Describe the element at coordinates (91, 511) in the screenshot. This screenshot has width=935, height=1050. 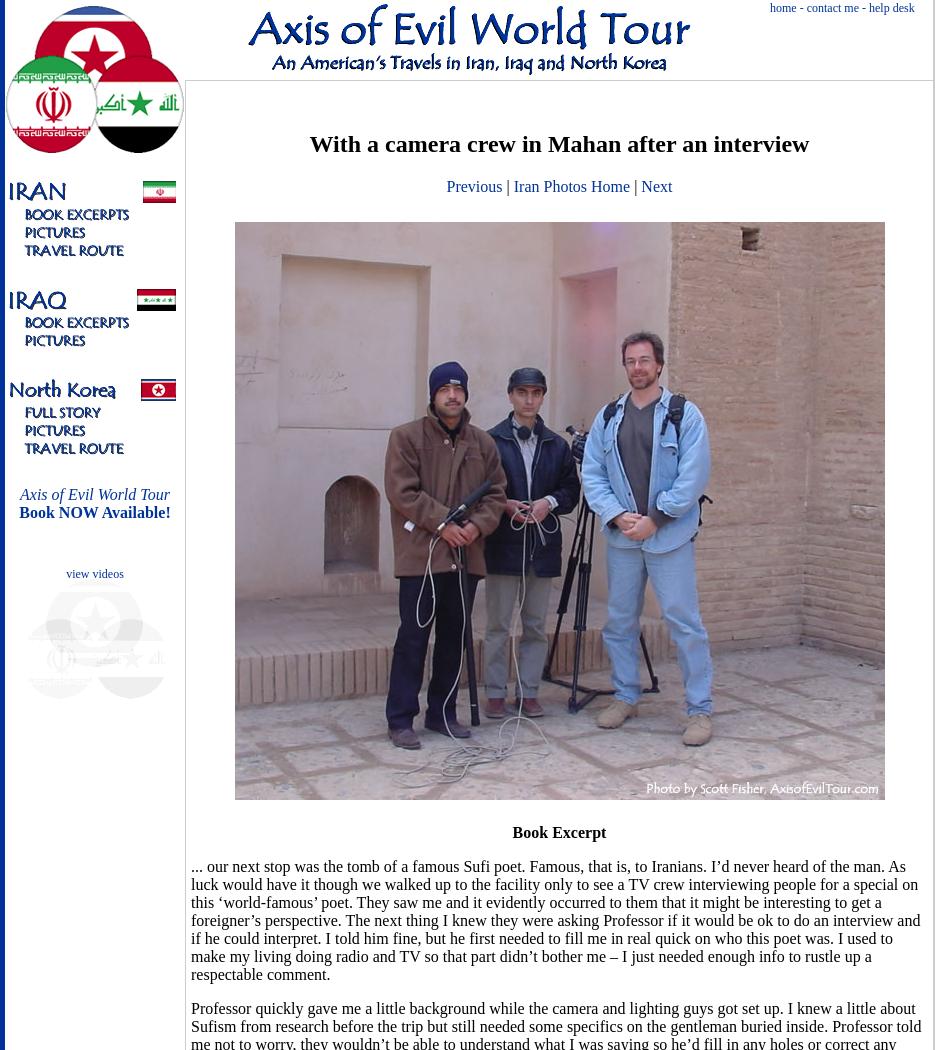
I see `'Book NOW Available'` at that location.